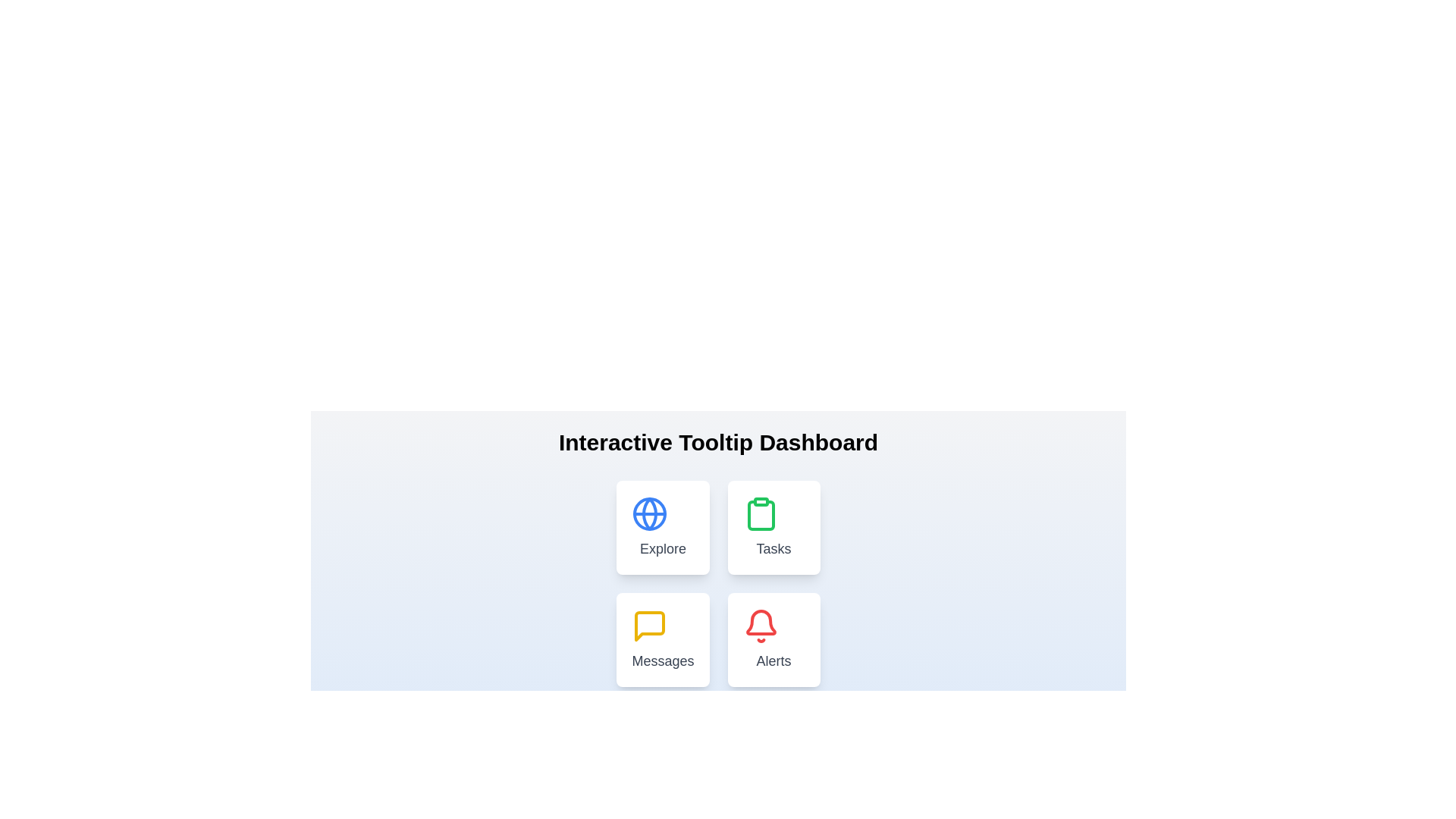 This screenshot has width=1456, height=819. Describe the element at coordinates (650, 513) in the screenshot. I see `the globe icon in the top-left corner of the grid to initiate an explore-related action` at that location.